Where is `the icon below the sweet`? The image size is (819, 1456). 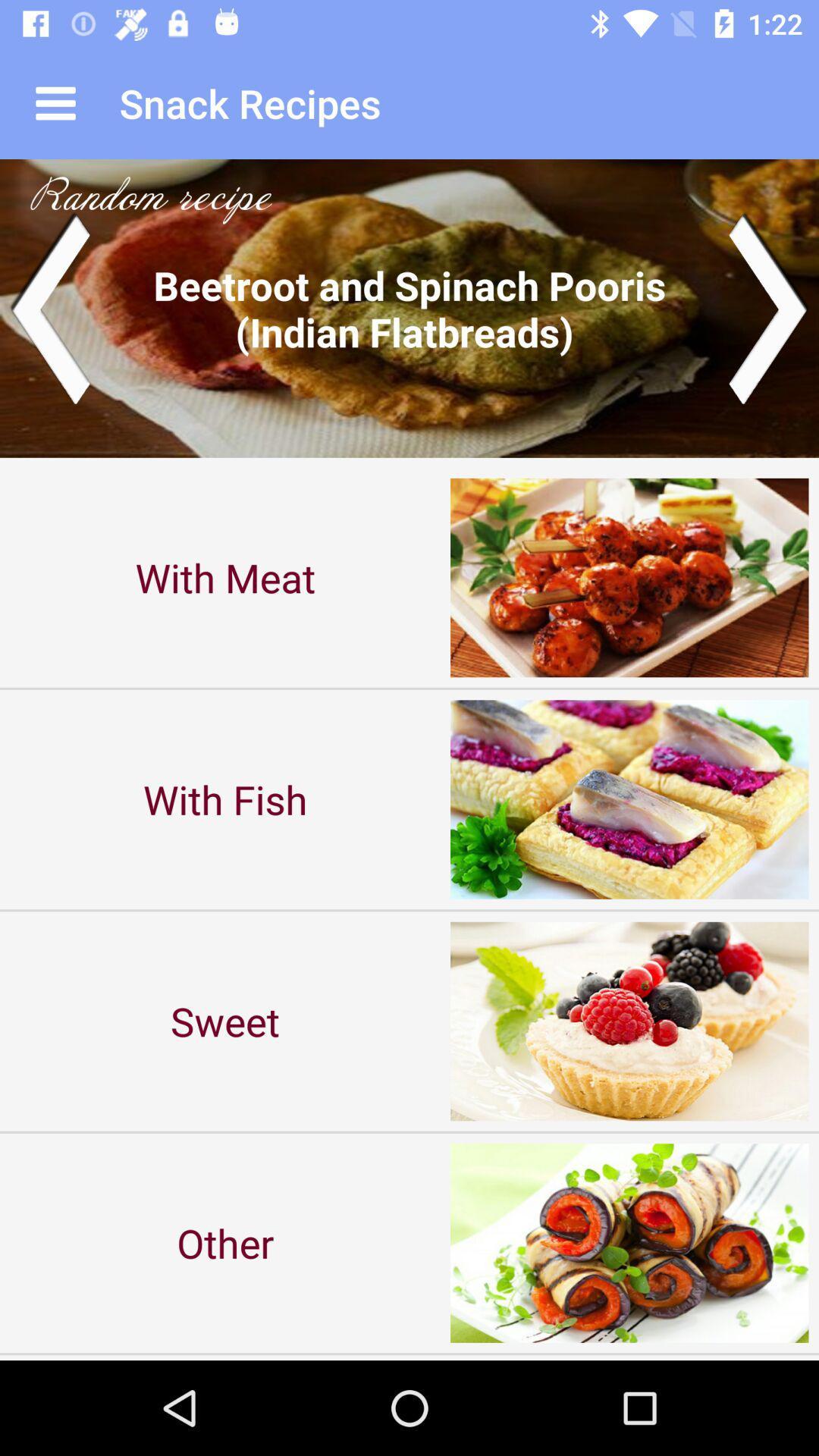
the icon below the sweet is located at coordinates (225, 1243).